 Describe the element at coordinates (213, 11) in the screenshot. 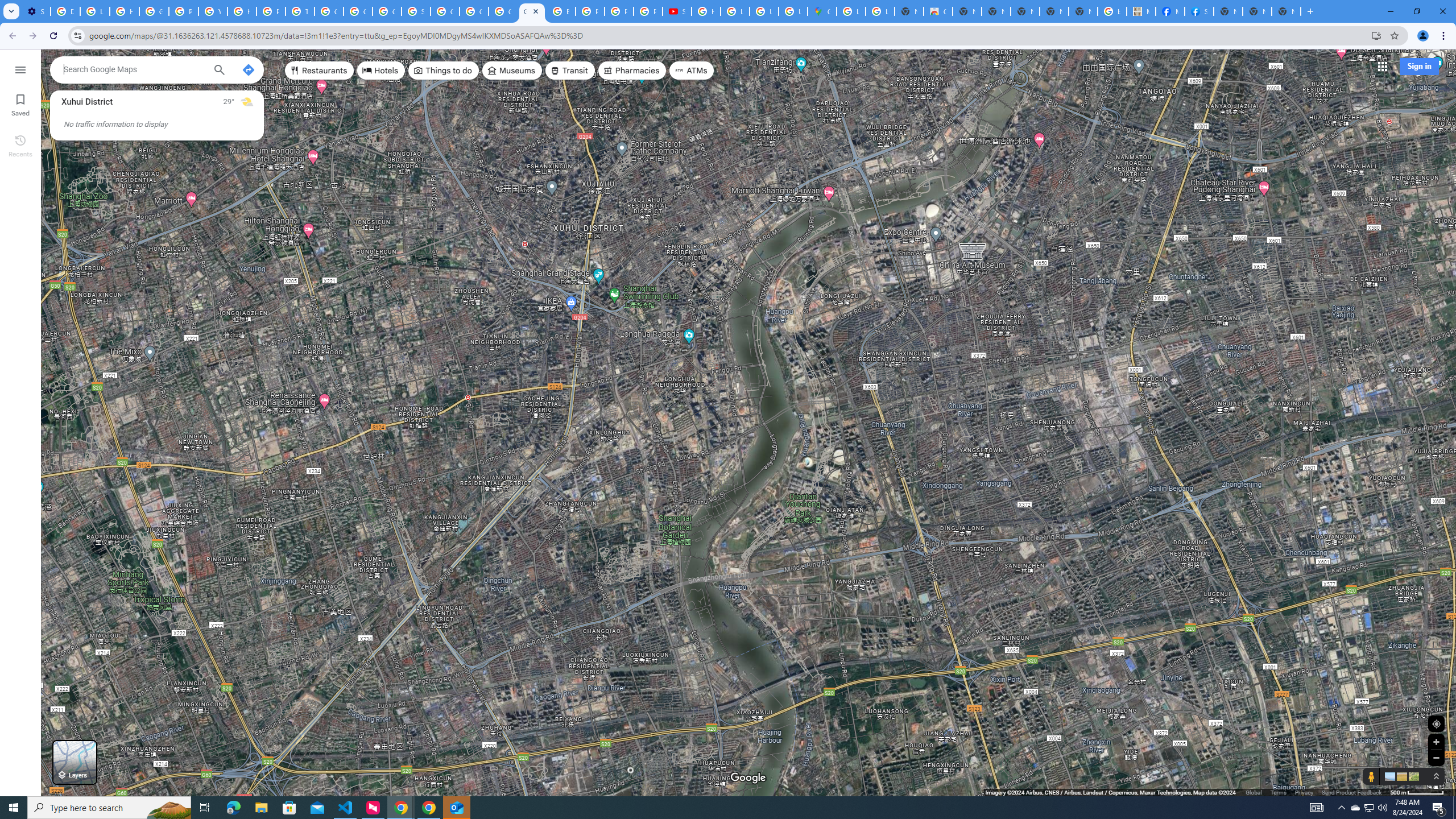

I see `'YouTube'` at that location.